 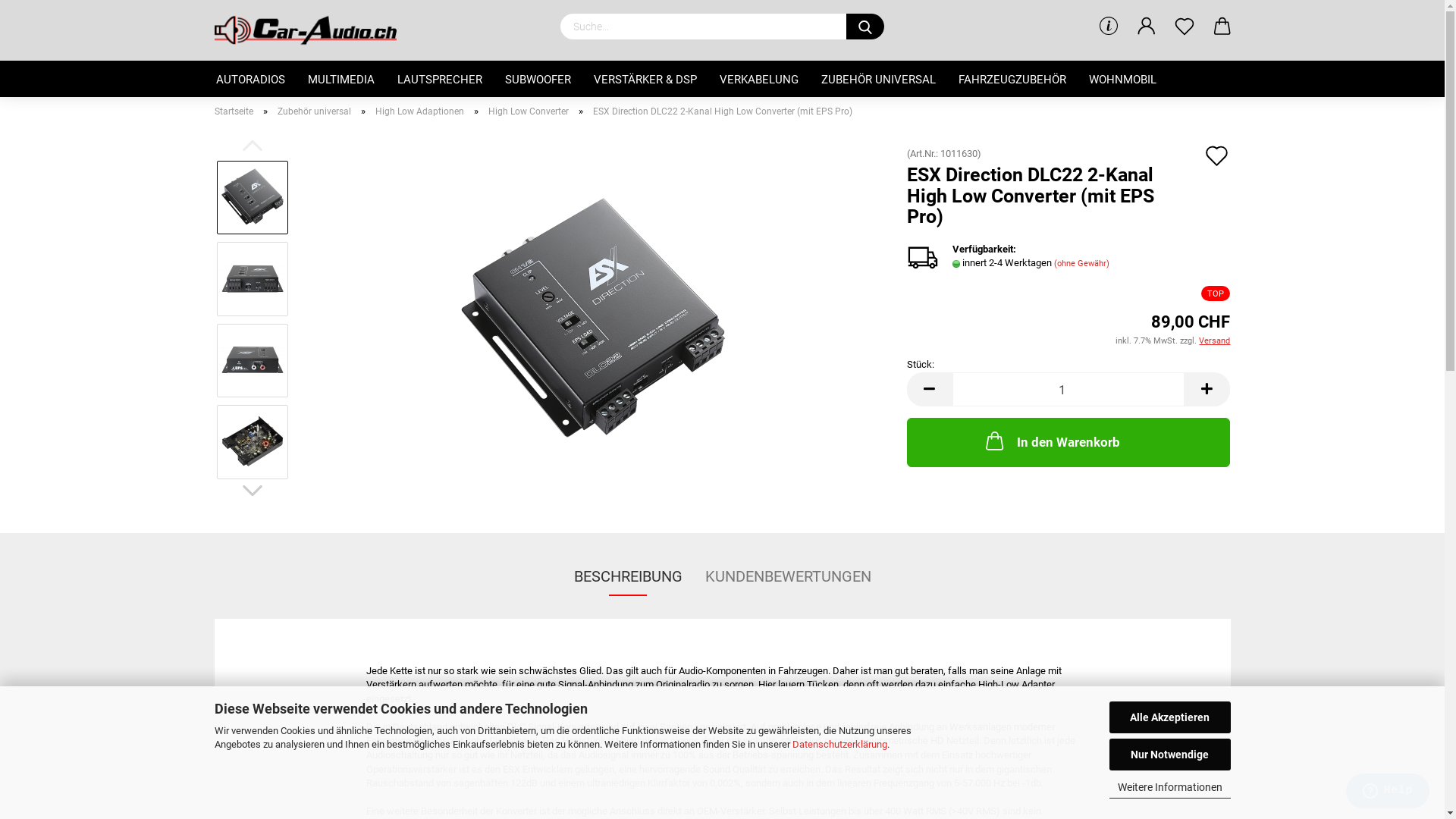 What do you see at coordinates (419, 110) in the screenshot?
I see `'High Low Adaptionen'` at bounding box center [419, 110].